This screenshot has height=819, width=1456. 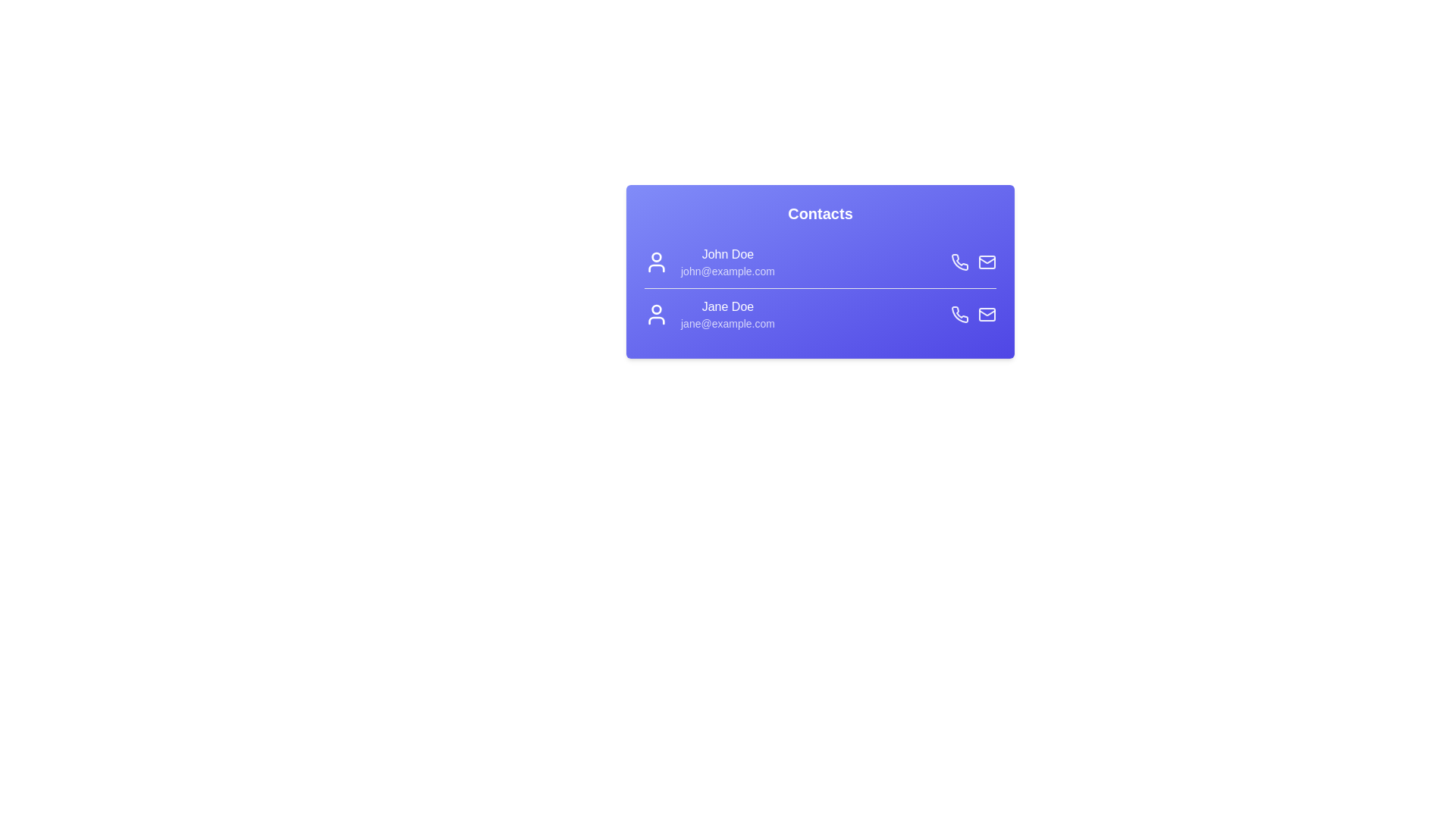 I want to click on the mail icon for Jane Doe to email them, so click(x=987, y=314).